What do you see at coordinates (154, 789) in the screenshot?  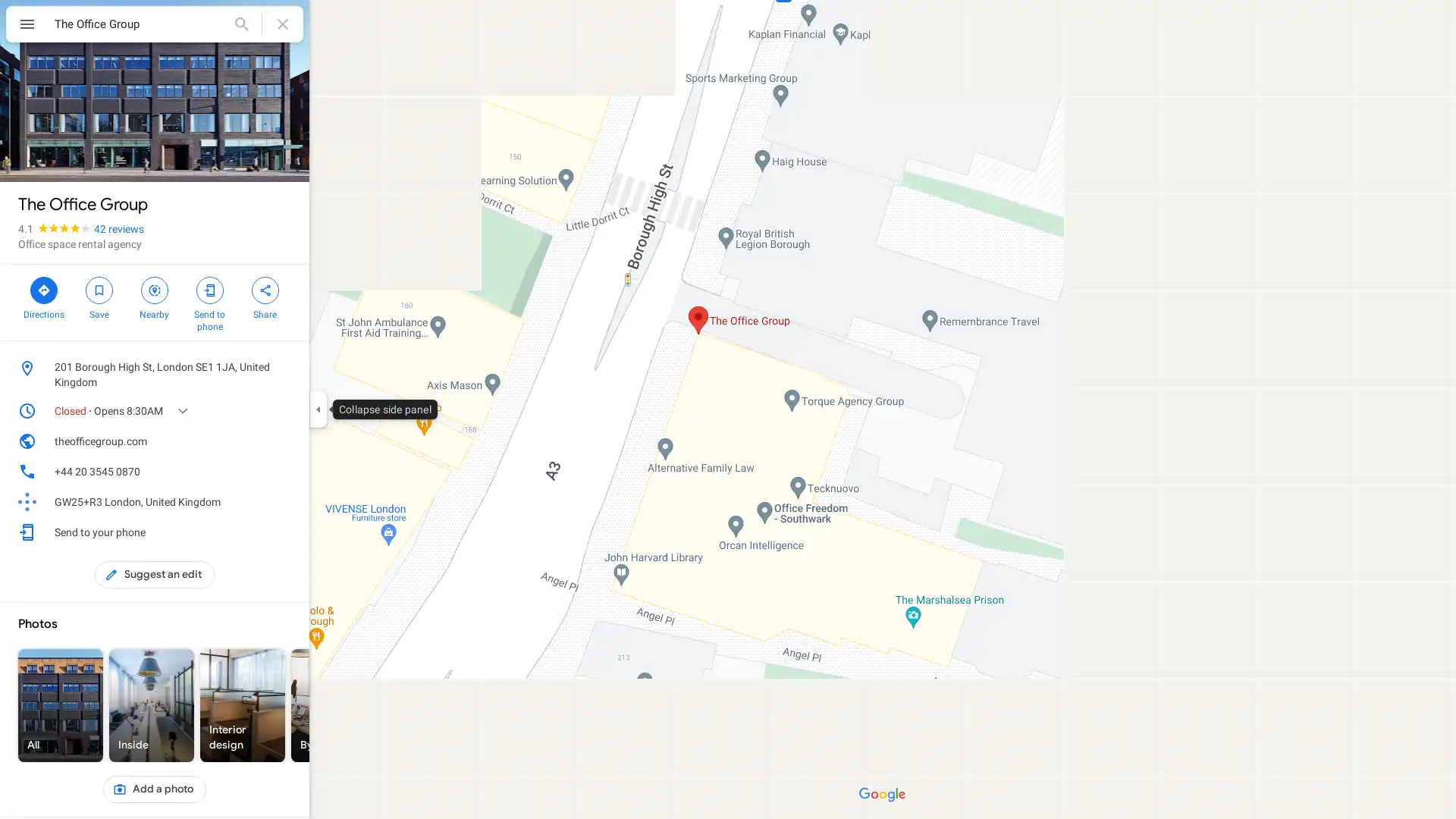 I see `Add a photo` at bounding box center [154, 789].